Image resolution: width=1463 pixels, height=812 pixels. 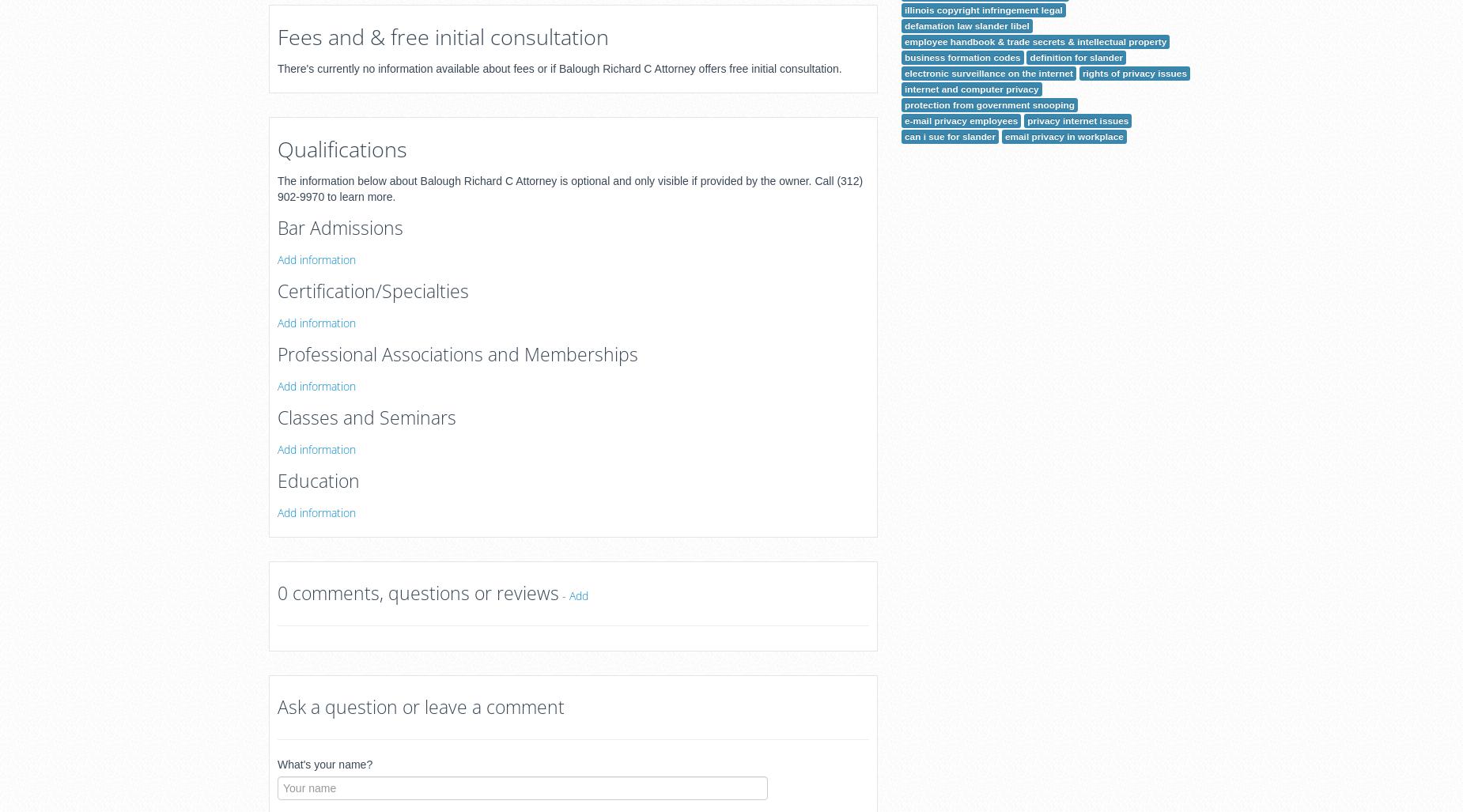 What do you see at coordinates (276, 66) in the screenshot?
I see `'There's currently no information available about fees or if Balough Richard C Attorney offers free initial consultation.'` at bounding box center [276, 66].